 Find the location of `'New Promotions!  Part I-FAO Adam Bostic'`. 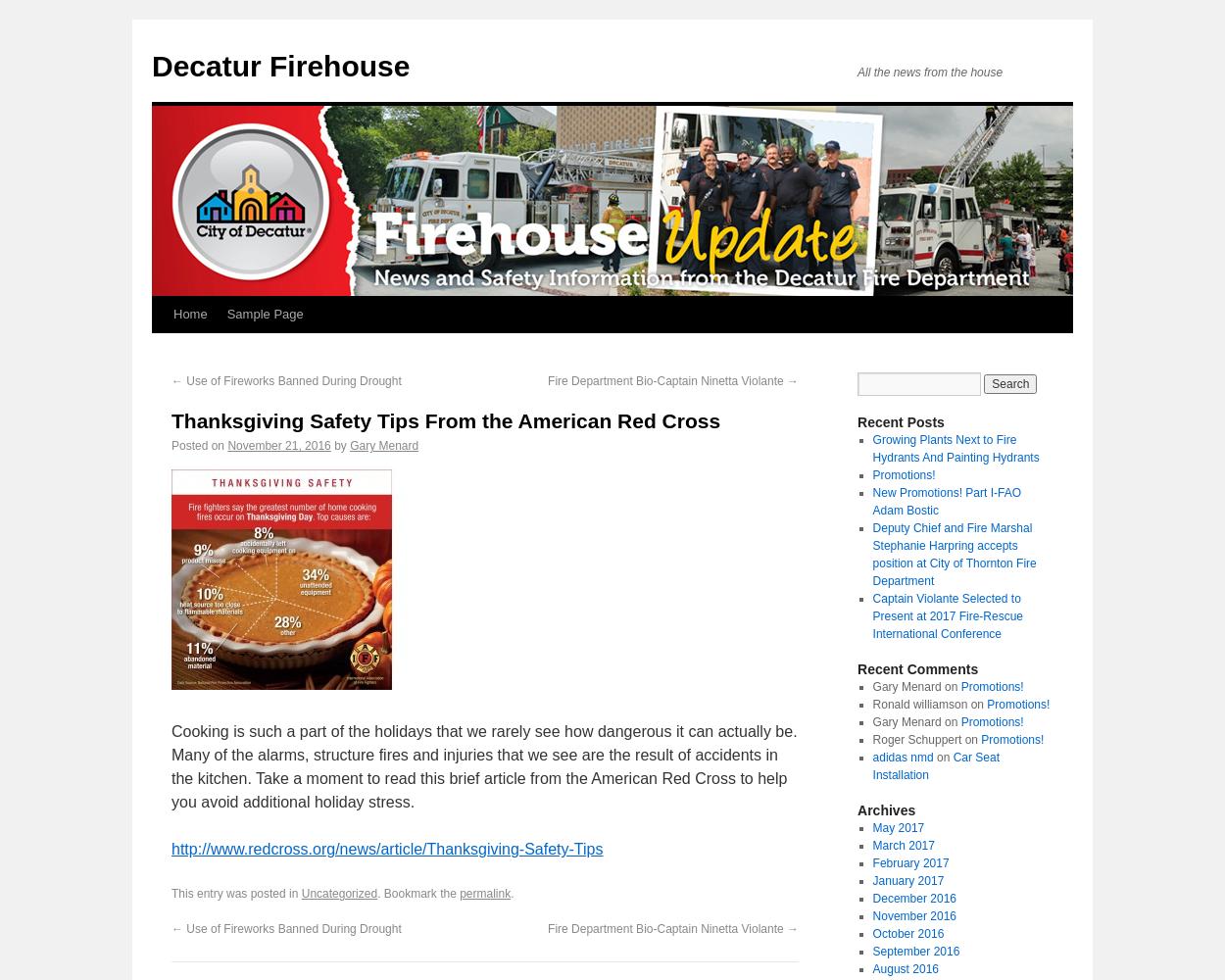

'New Promotions!  Part I-FAO Adam Bostic' is located at coordinates (872, 502).